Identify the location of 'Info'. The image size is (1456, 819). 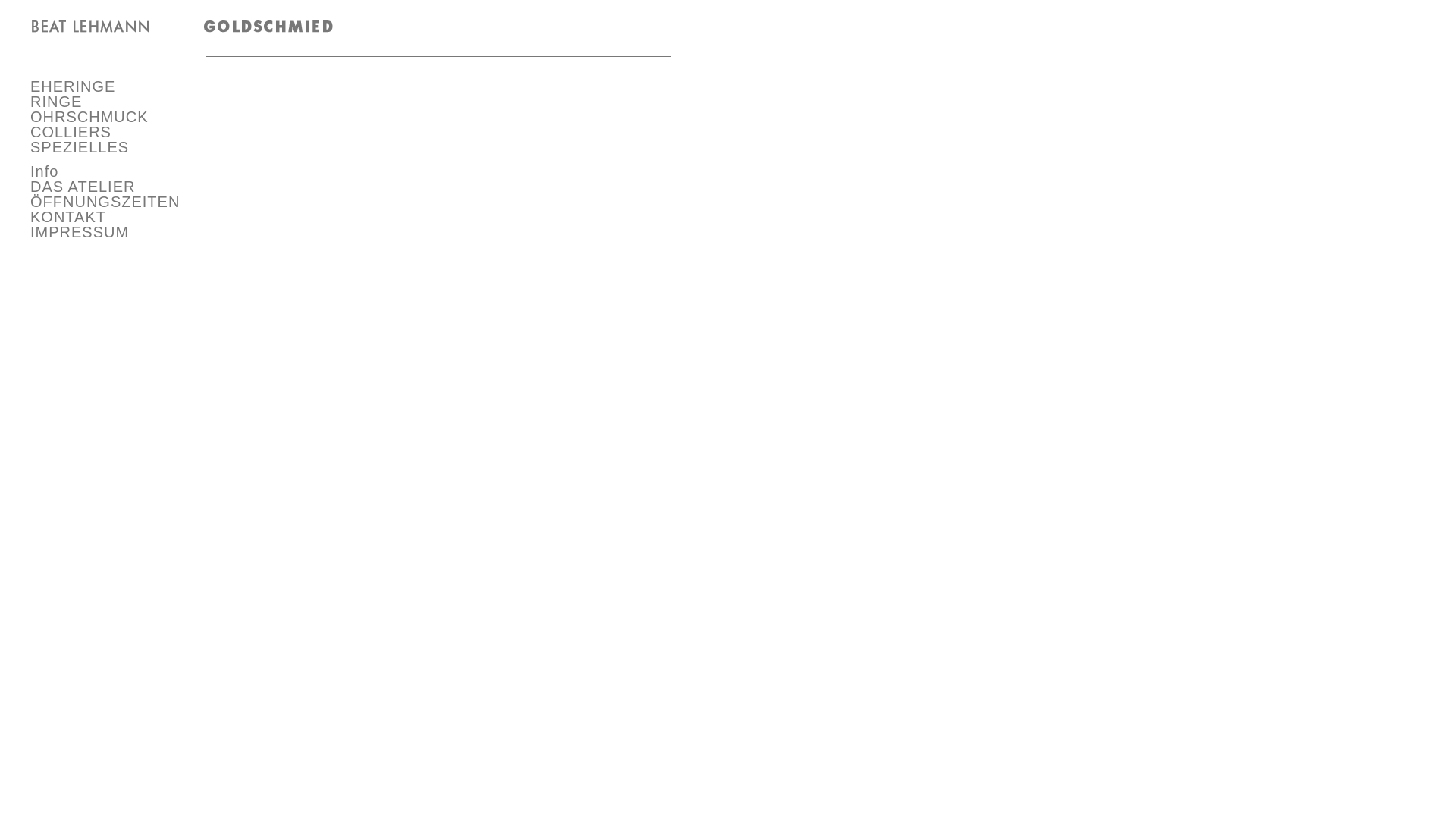
(44, 171).